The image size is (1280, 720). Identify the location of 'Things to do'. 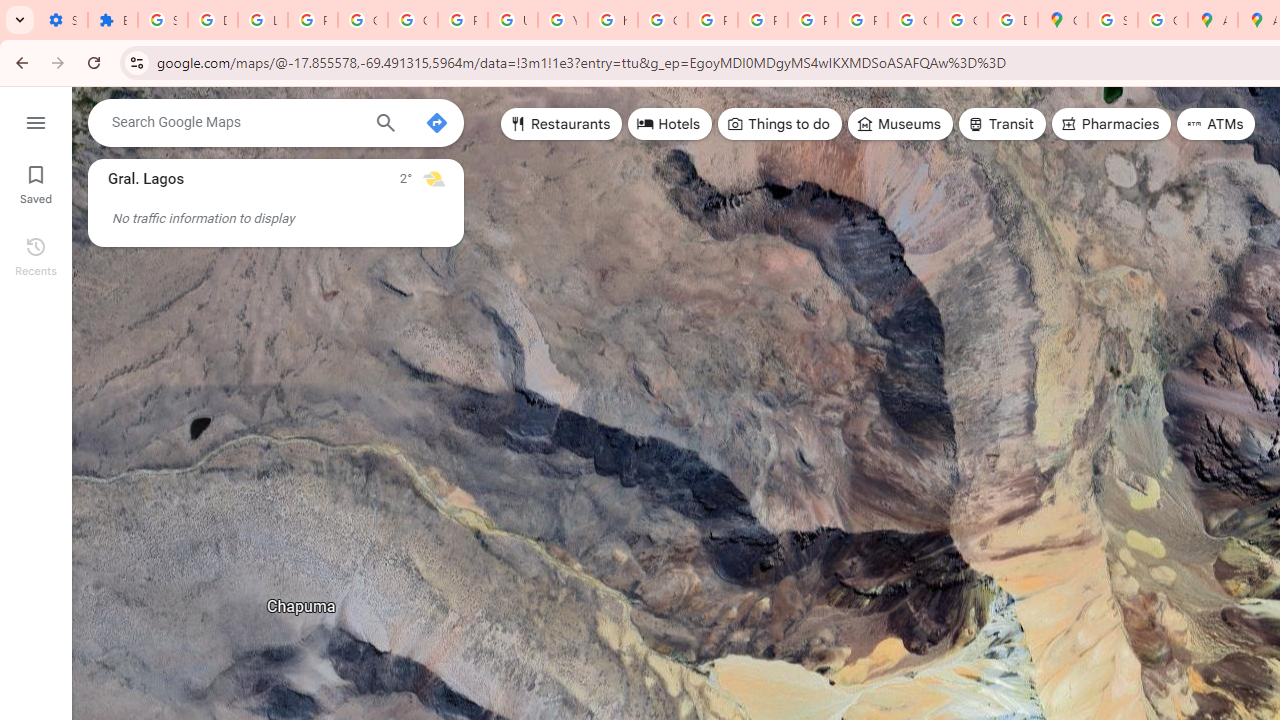
(779, 124).